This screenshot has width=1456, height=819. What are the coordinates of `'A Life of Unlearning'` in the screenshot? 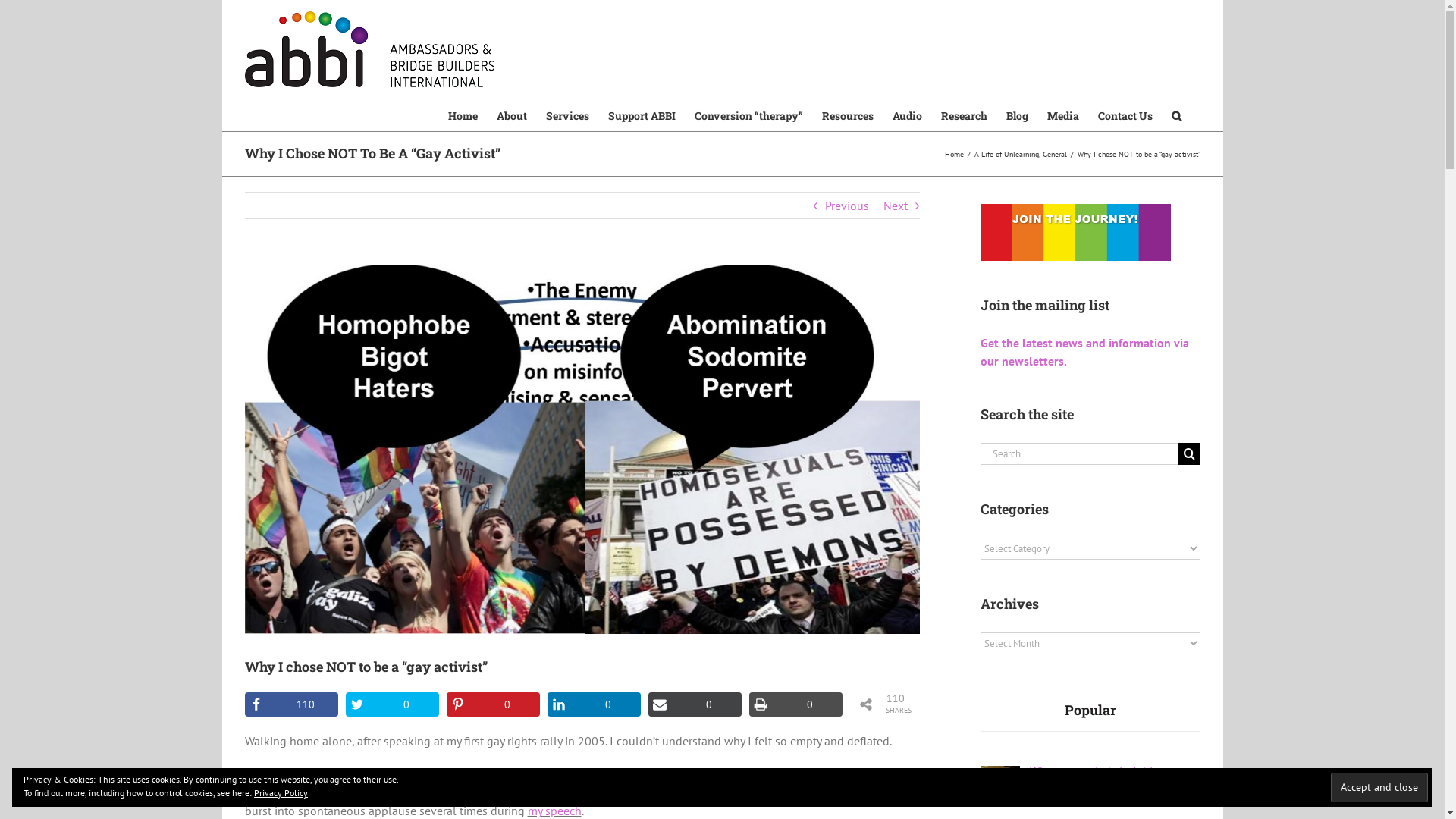 It's located at (1006, 153).